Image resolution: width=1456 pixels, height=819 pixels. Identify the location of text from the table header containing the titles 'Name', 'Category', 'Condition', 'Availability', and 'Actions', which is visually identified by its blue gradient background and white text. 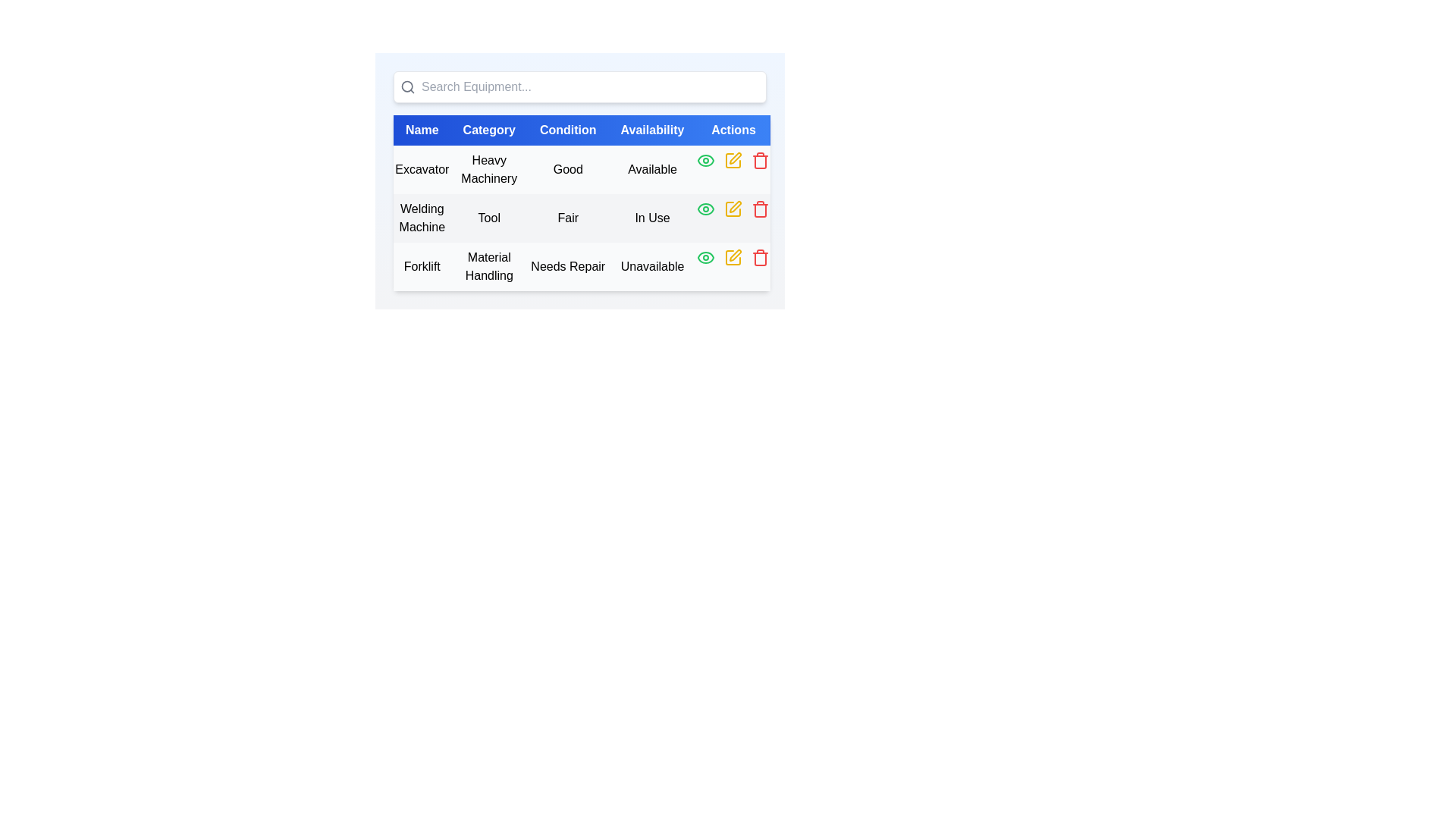
(581, 130).